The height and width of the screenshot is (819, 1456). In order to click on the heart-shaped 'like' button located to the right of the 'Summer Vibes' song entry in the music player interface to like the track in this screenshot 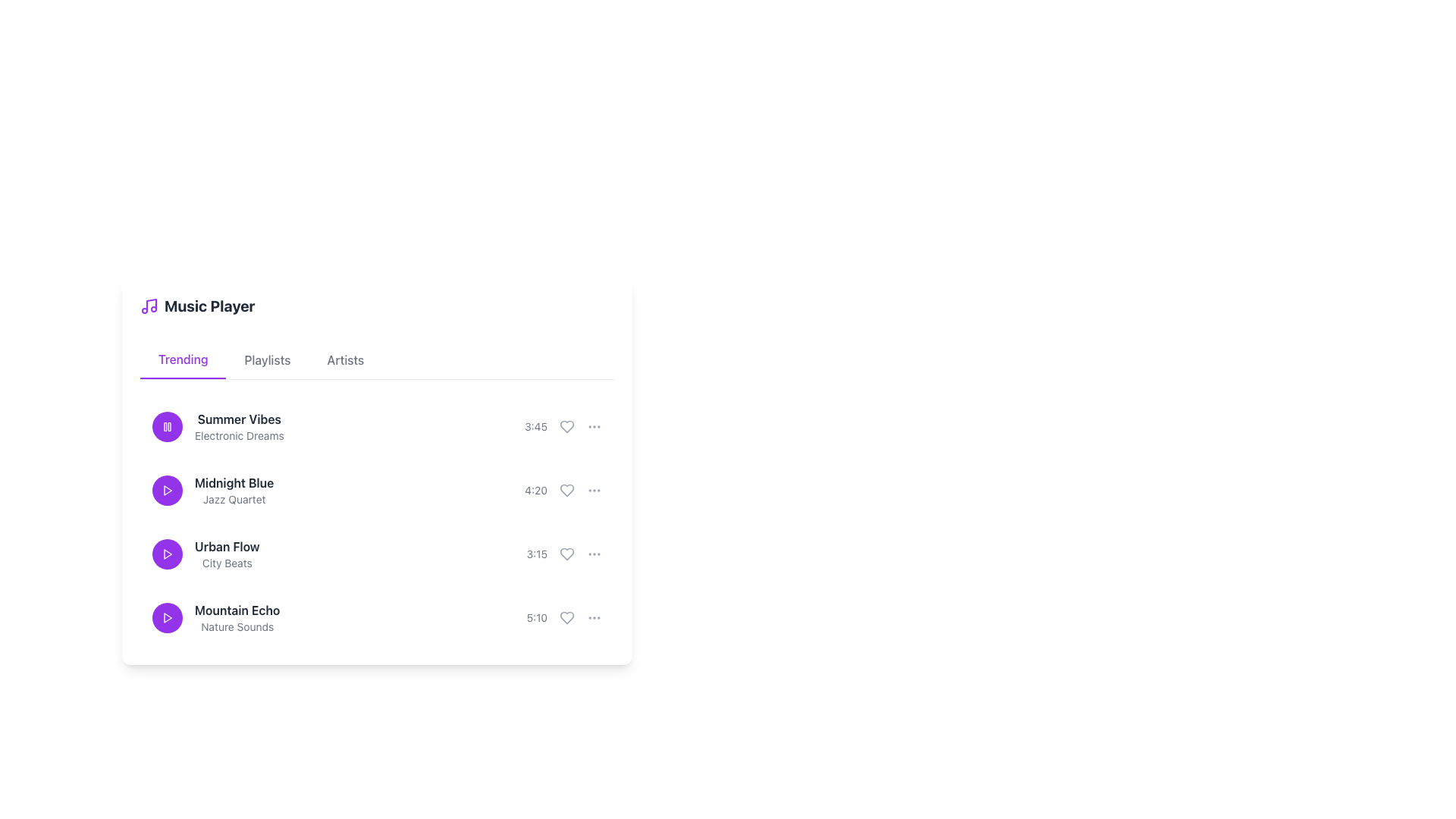, I will do `click(566, 427)`.